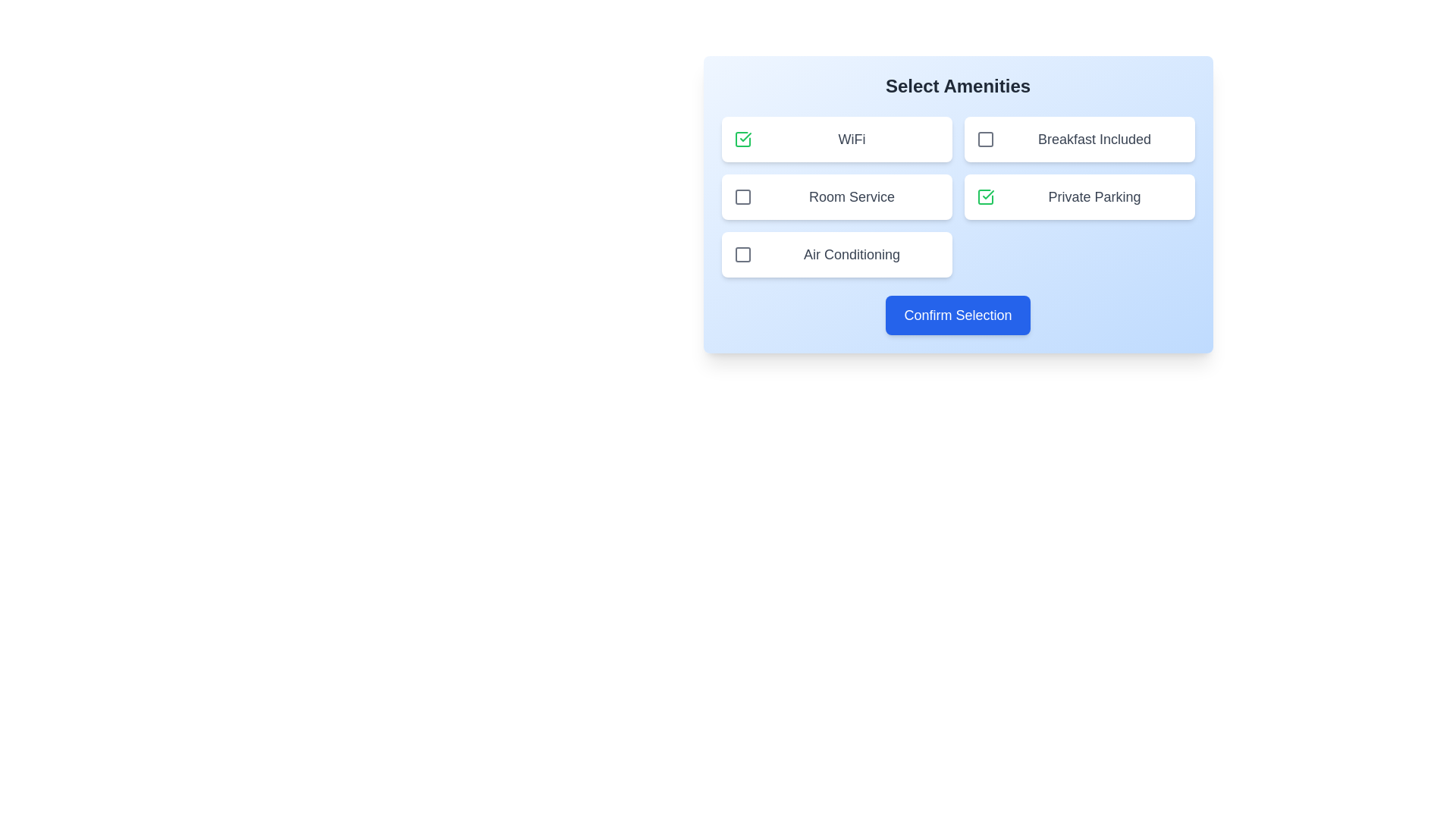 The image size is (1456, 819). What do you see at coordinates (742, 196) in the screenshot?
I see `the 'Room Service' checkbox` at bounding box center [742, 196].